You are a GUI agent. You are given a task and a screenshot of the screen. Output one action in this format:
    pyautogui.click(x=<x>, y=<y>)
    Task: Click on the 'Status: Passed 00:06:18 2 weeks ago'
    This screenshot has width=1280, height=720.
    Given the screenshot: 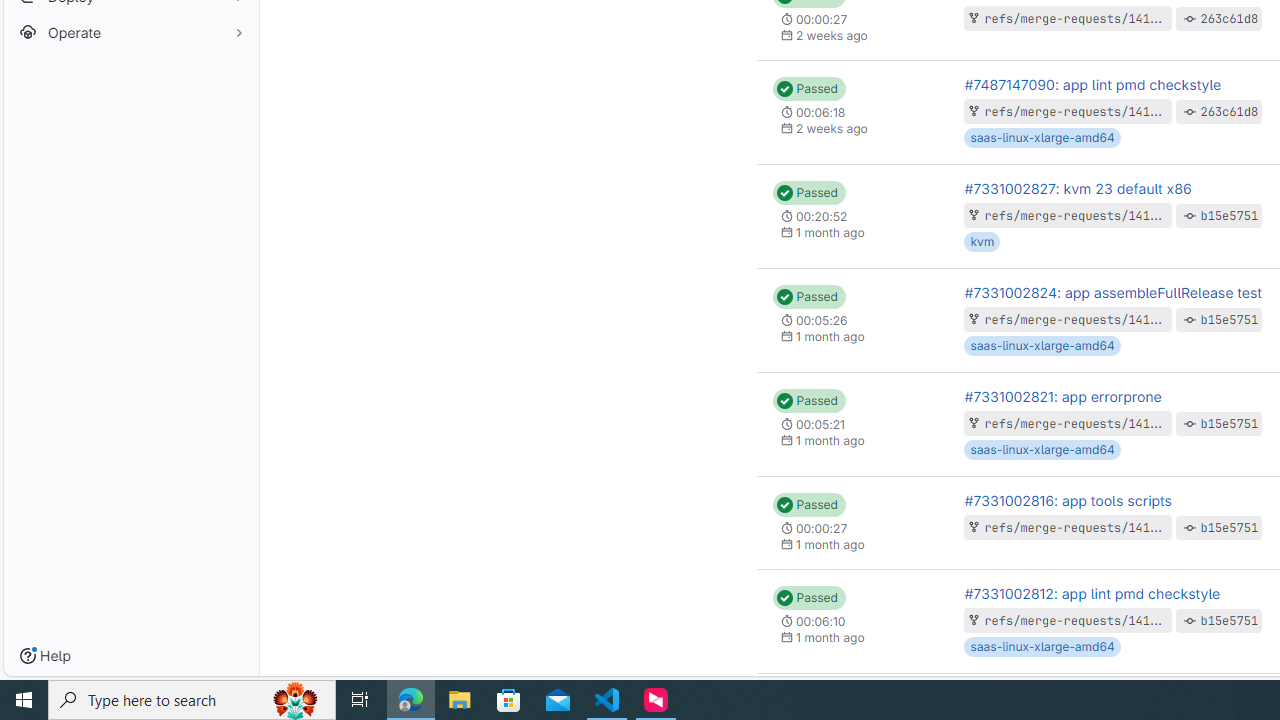 What is the action you would take?
    pyautogui.click(x=852, y=112)
    